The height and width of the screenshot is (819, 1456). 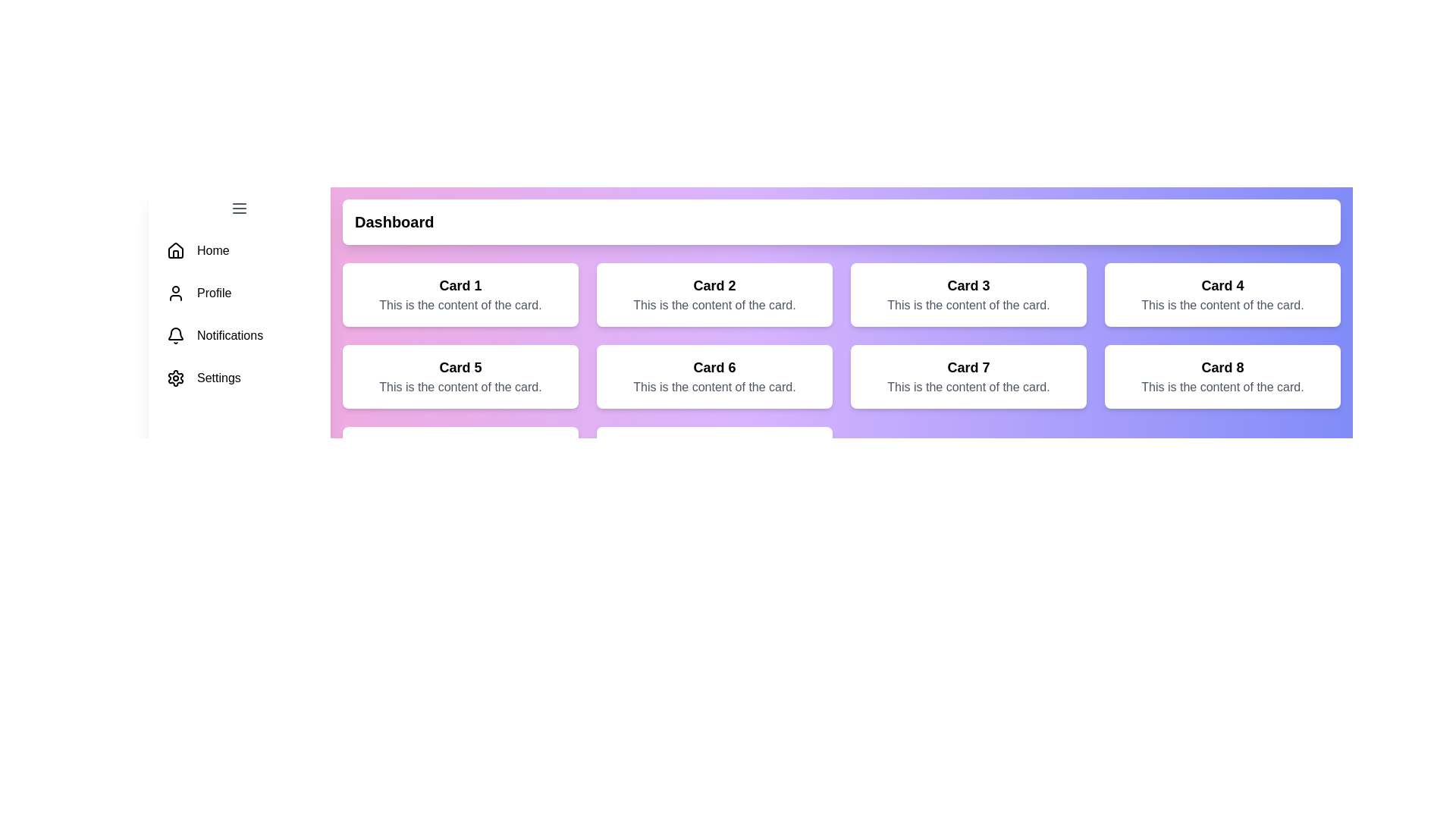 What do you see at coordinates (239, 377) in the screenshot?
I see `the menu item Settings to highlight it` at bounding box center [239, 377].